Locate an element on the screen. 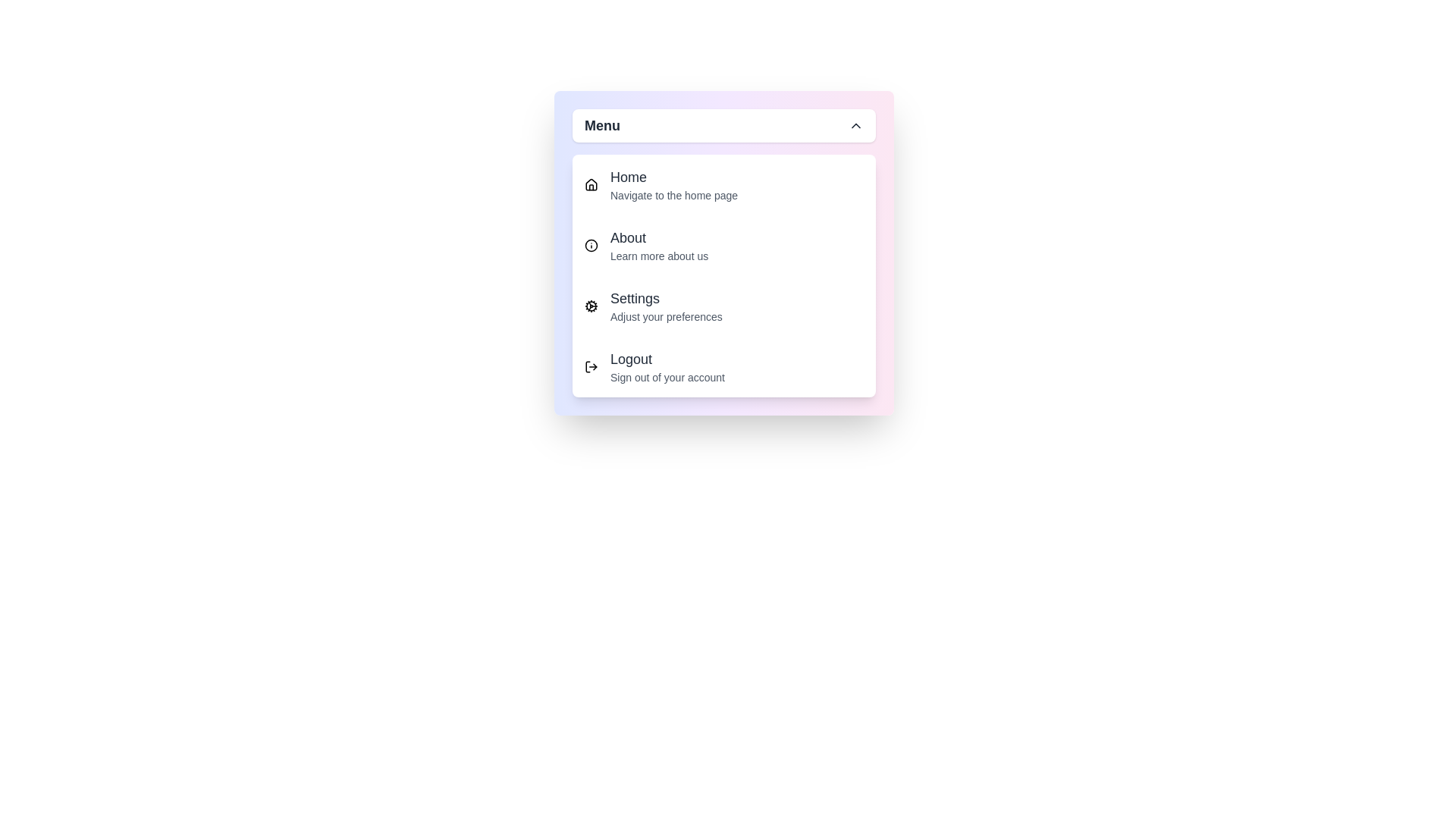 Image resolution: width=1456 pixels, height=819 pixels. the menu option Logout from the available options is located at coordinates (723, 366).